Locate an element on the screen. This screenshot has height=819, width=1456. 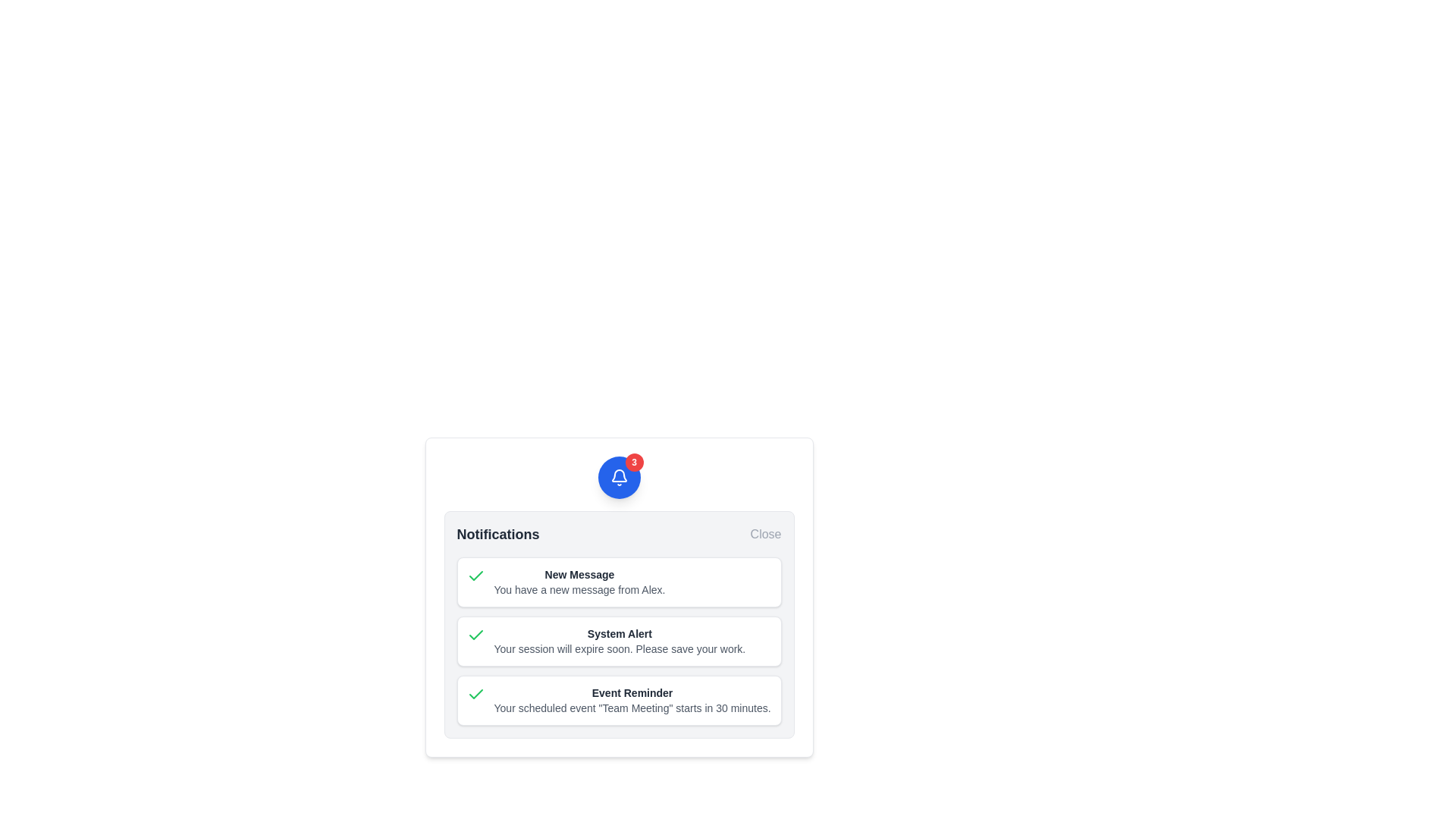
the text-based notification component that alerts about impending session expiration, positioned in the middle section of the notification panel between 'New Message' and 'Event Reminder' is located at coordinates (620, 641).